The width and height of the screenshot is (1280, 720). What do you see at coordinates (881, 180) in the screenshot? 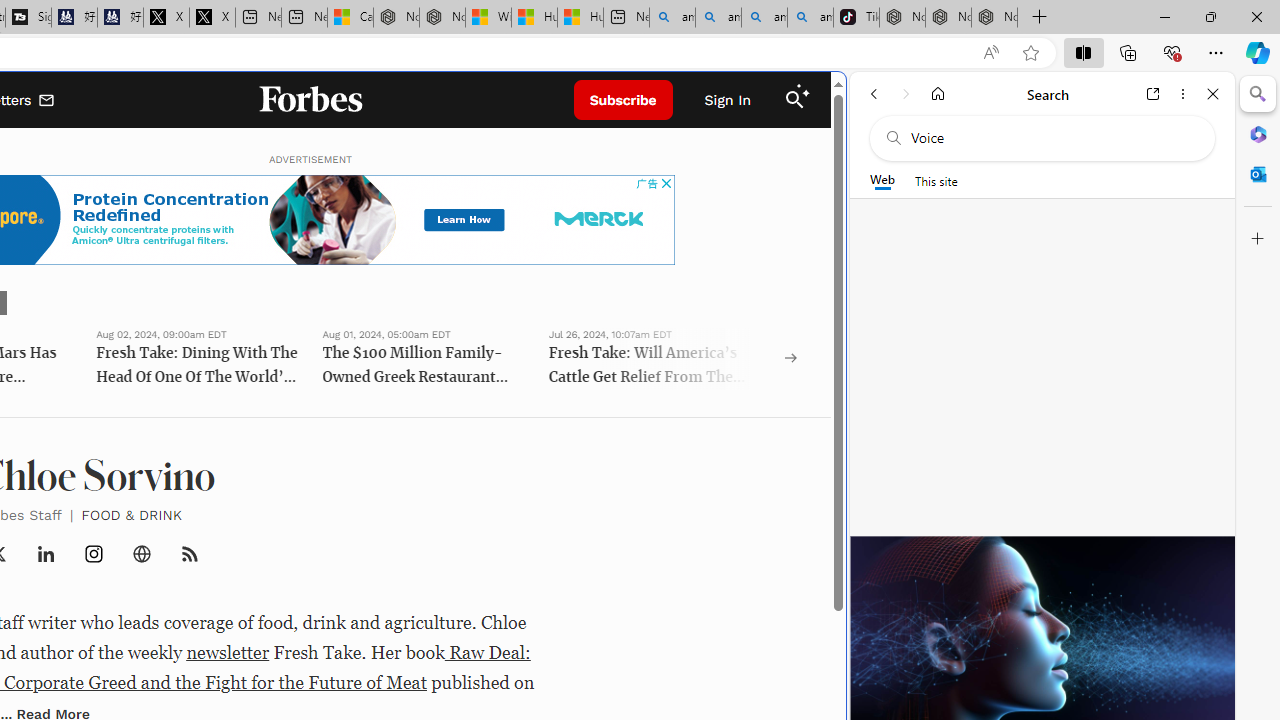
I see `'Web scope'` at bounding box center [881, 180].